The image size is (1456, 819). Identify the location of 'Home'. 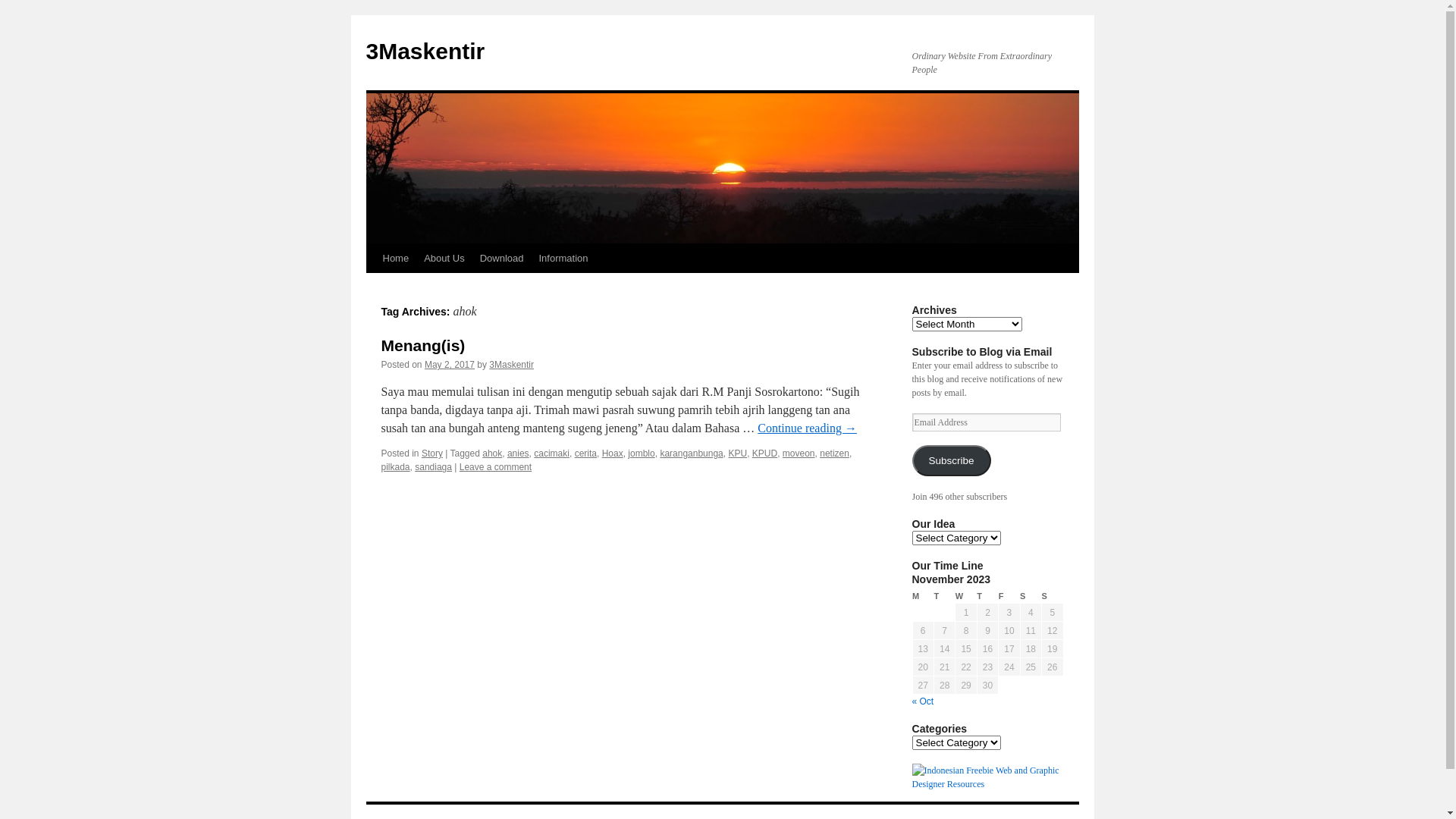
(375, 257).